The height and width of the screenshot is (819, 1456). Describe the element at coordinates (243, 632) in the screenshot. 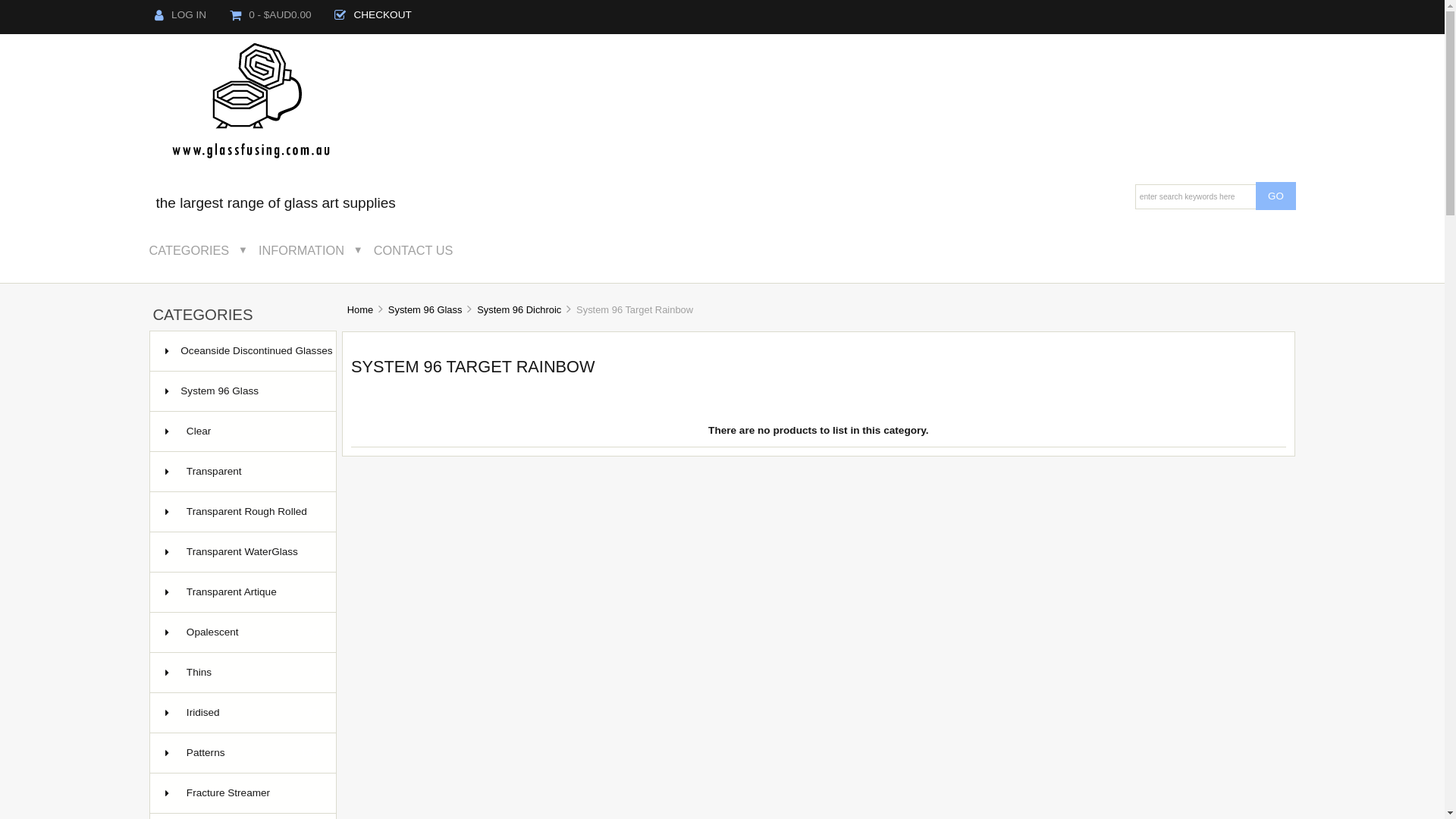

I see `'  Opalescent` at that location.